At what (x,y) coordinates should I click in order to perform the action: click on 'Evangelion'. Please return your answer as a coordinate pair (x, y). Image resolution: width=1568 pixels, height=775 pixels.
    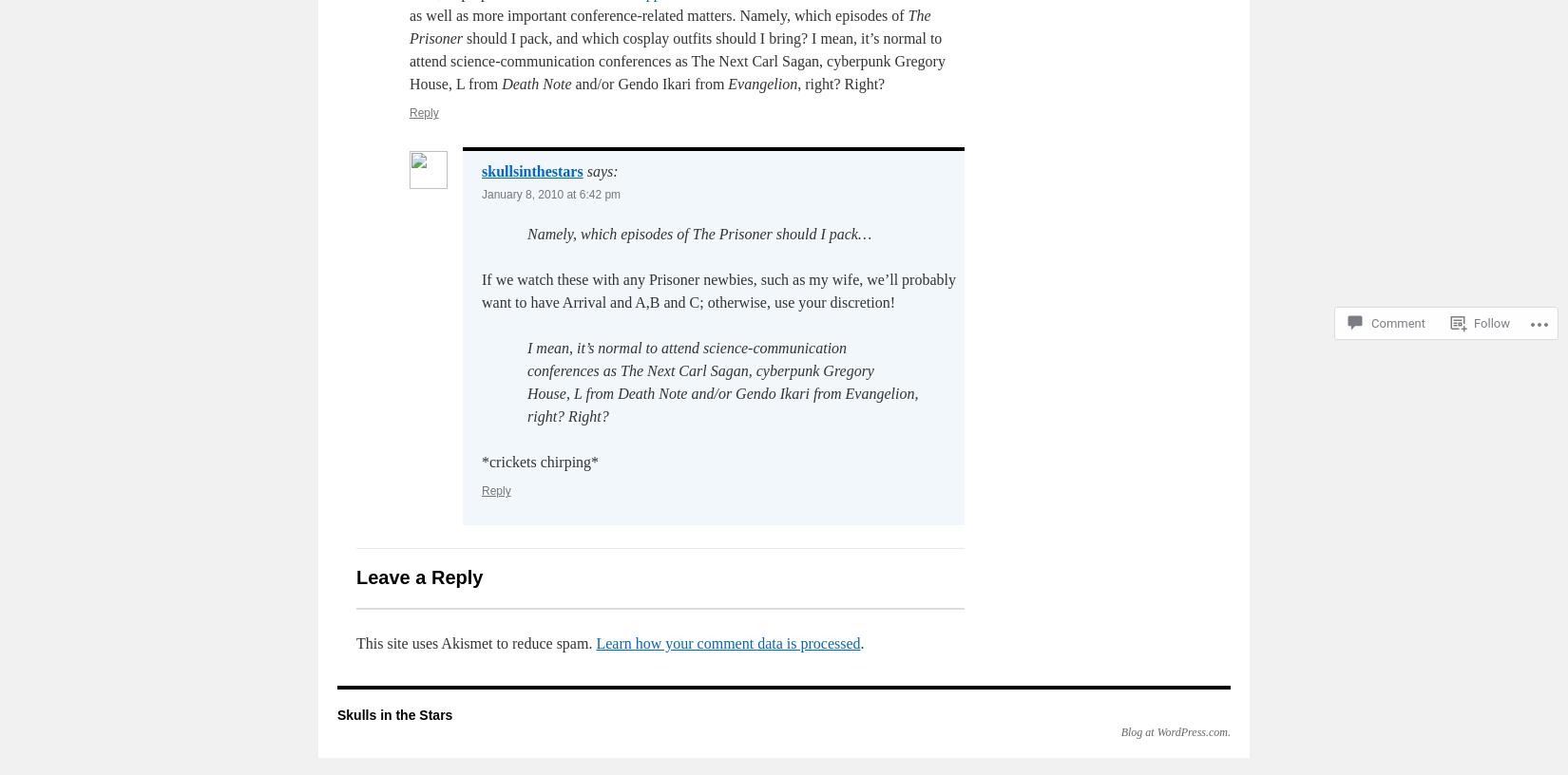
    Looking at the image, I should click on (761, 83).